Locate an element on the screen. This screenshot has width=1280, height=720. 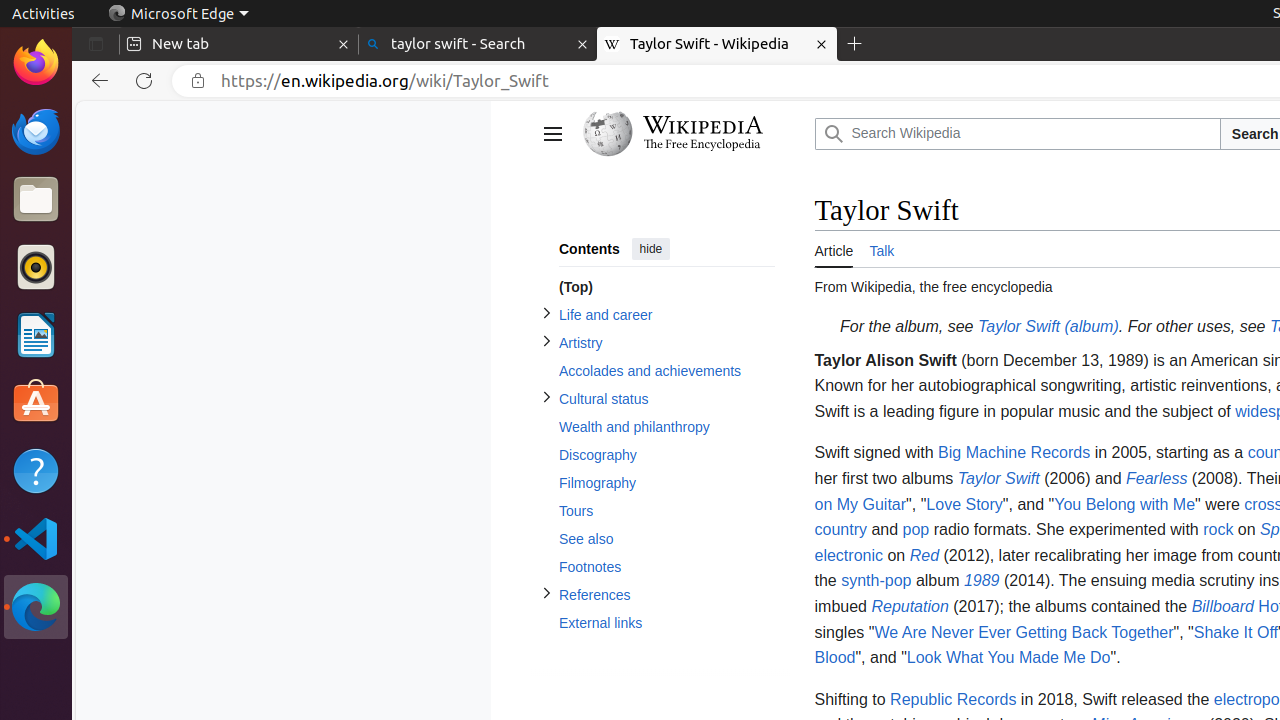
'taylor swift - Search' is located at coordinates (476, 44).